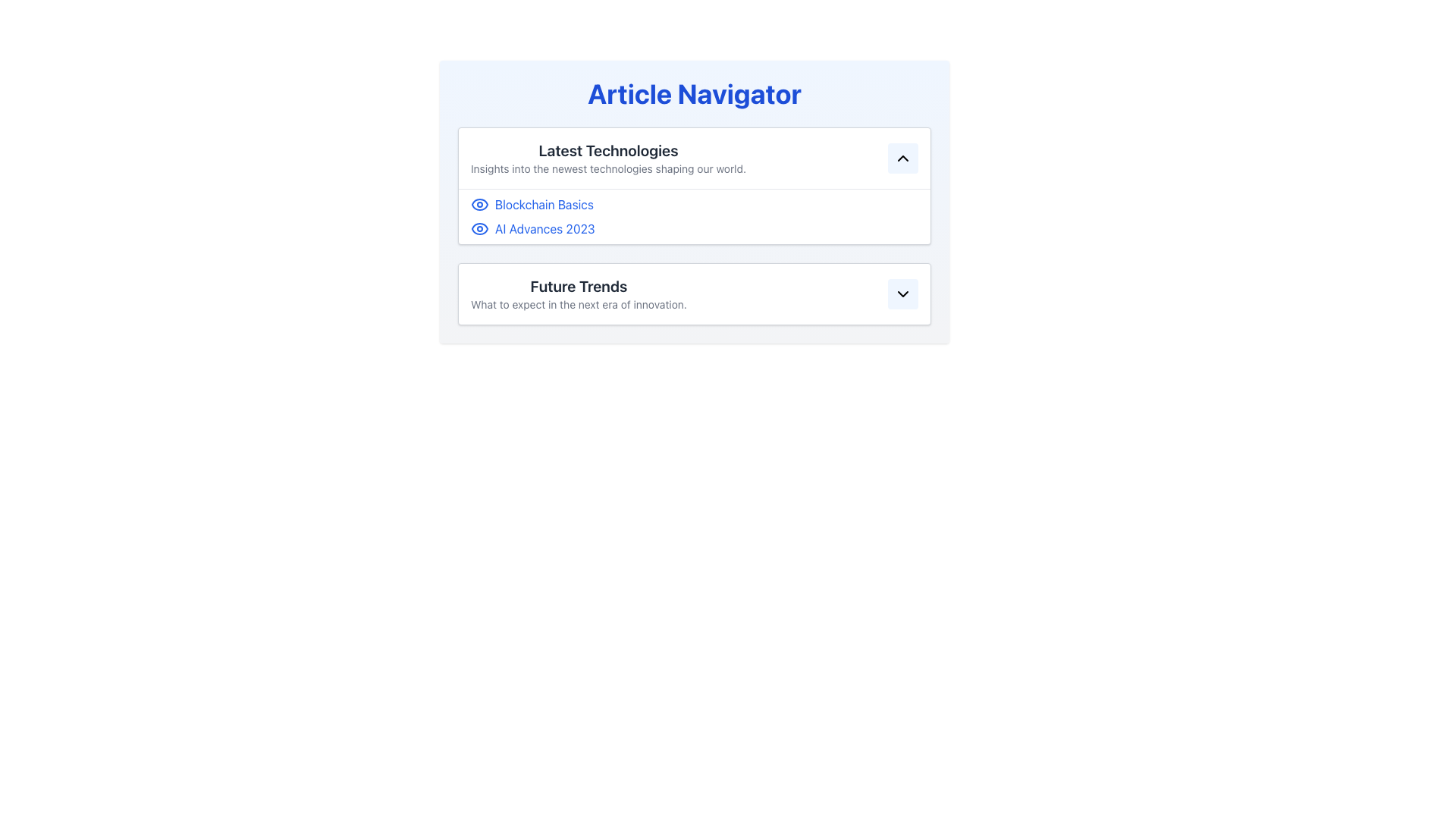 The image size is (1456, 819). Describe the element at coordinates (902, 158) in the screenshot. I see `the upward-pointing chevron icon within the light-blue rounded rectangle button located in the top-right corner of the 'Latest Technologies' panel` at that location.